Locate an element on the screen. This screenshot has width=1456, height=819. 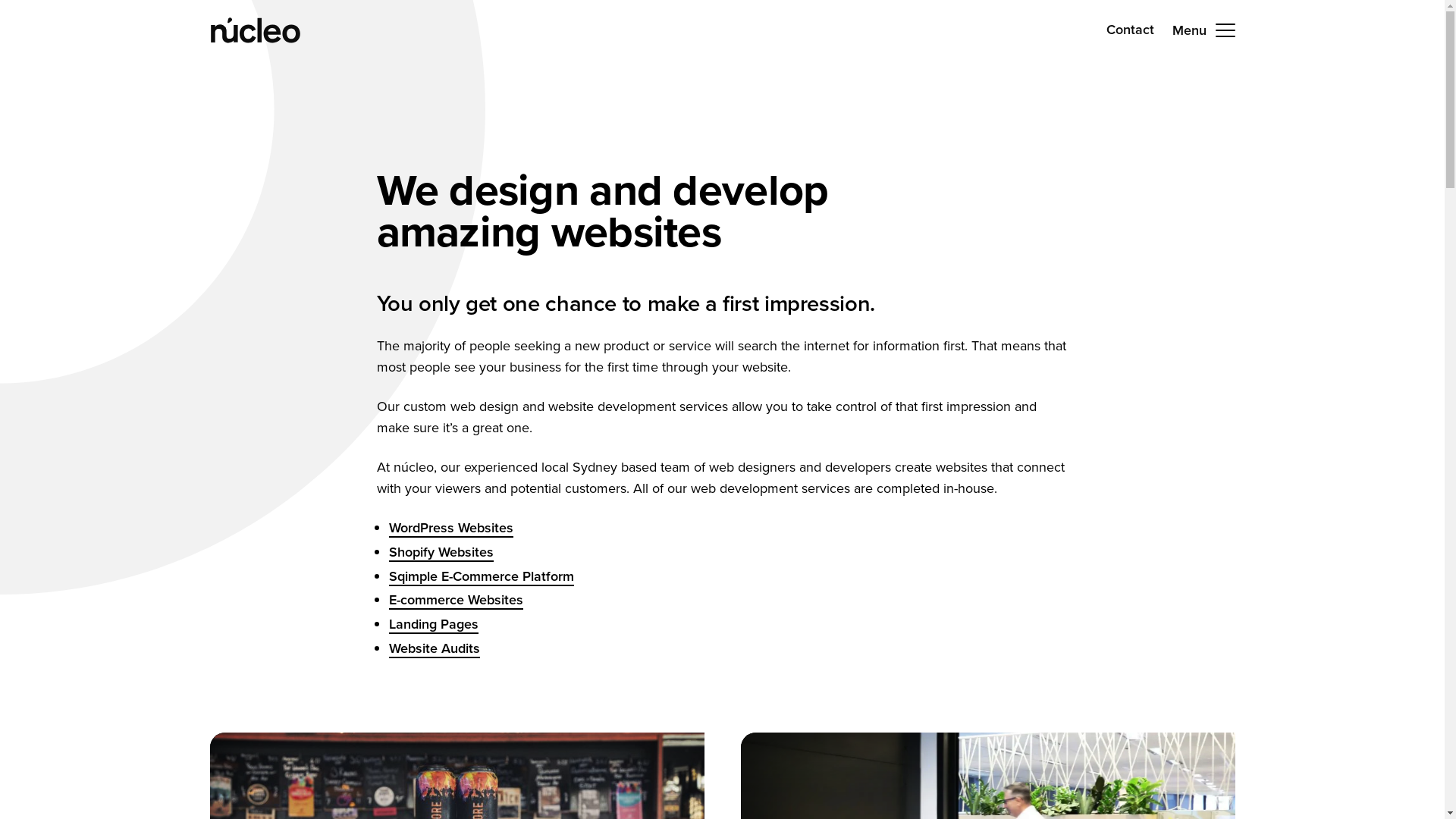
'Shopify Websites' is located at coordinates (439, 552).